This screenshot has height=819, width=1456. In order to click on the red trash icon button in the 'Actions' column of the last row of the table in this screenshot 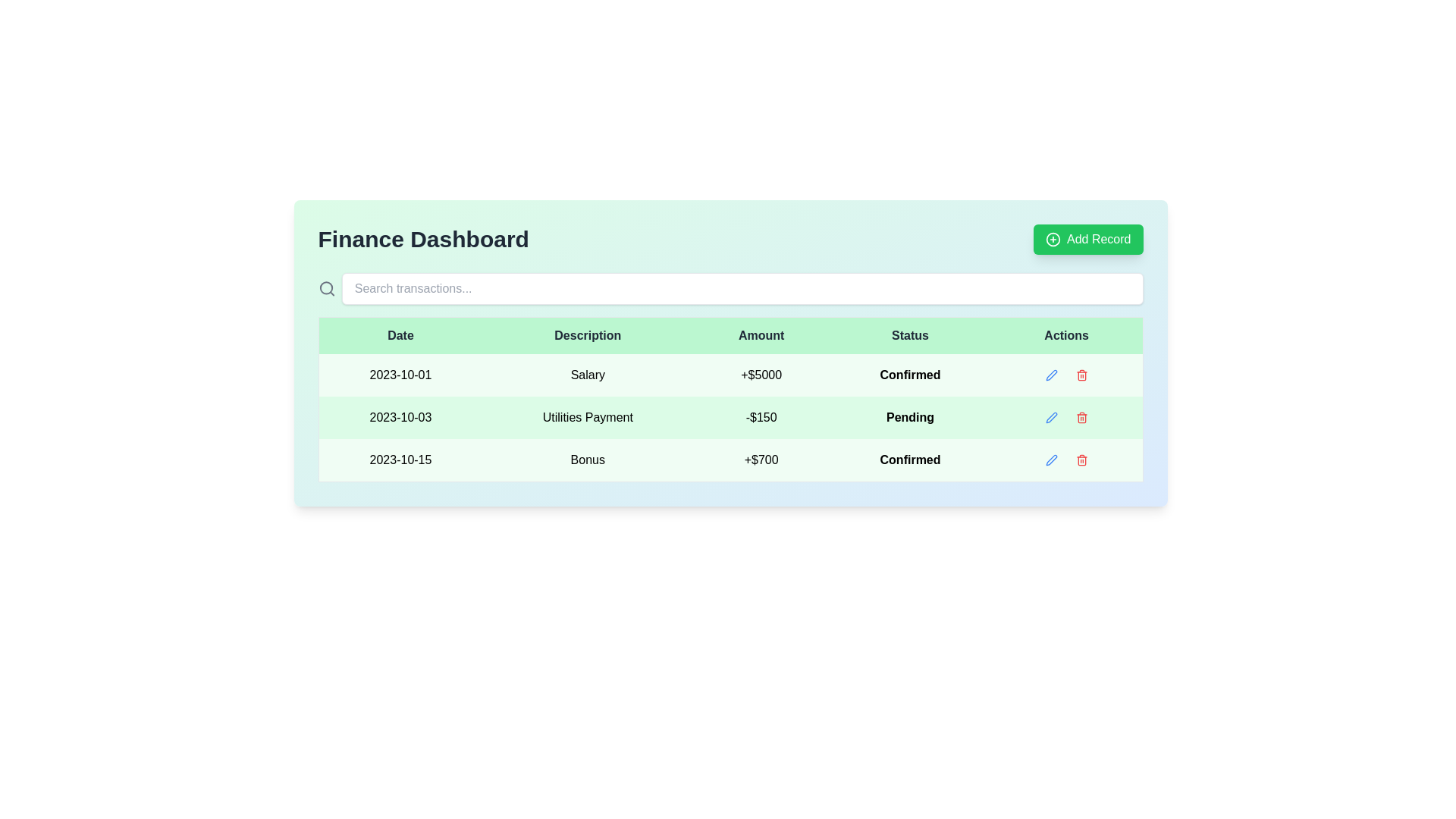, I will do `click(1081, 459)`.